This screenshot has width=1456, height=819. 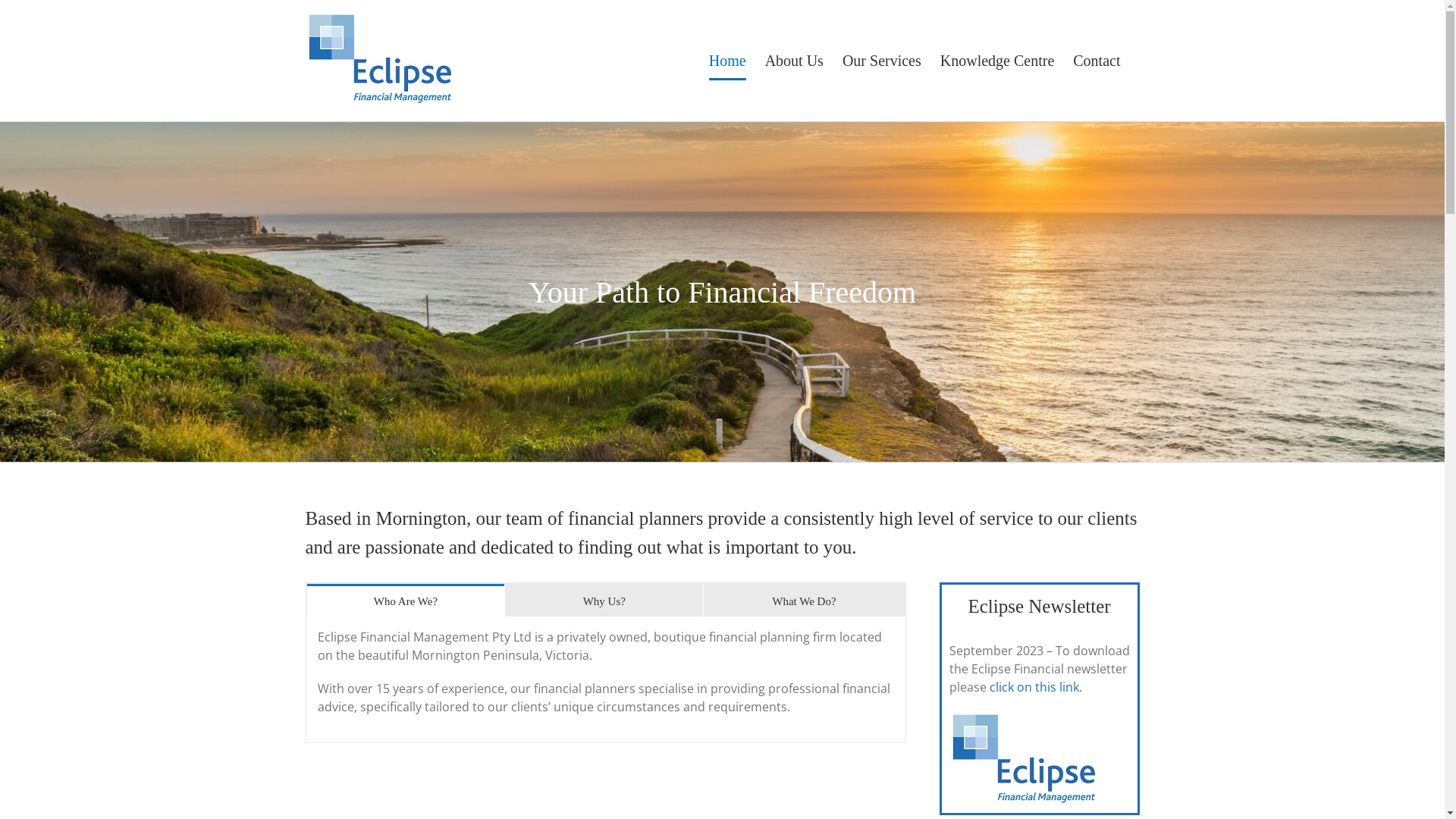 What do you see at coordinates (841, 60) in the screenshot?
I see `'Our Services'` at bounding box center [841, 60].